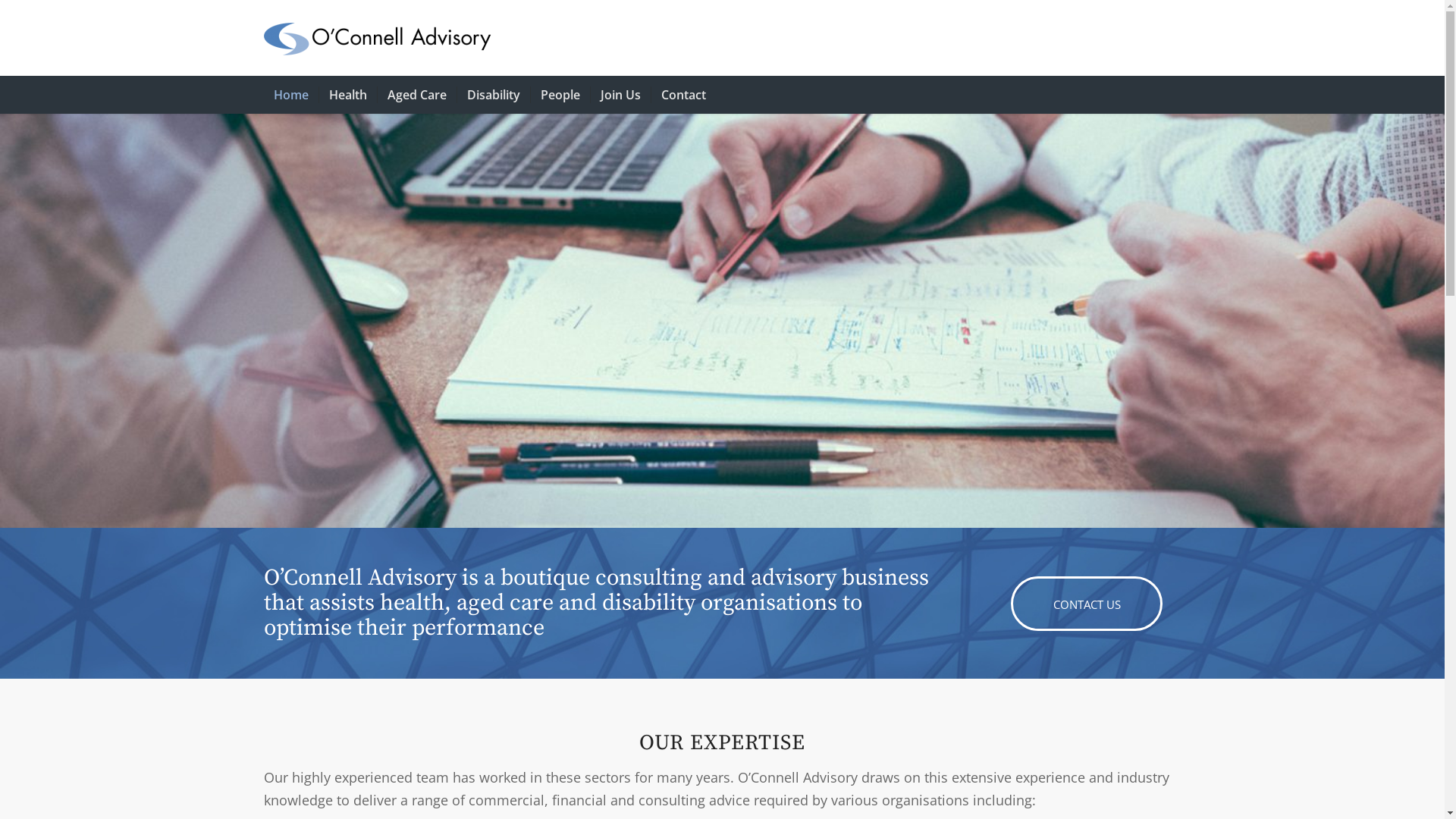  What do you see at coordinates (493, 94) in the screenshot?
I see `'Disability'` at bounding box center [493, 94].